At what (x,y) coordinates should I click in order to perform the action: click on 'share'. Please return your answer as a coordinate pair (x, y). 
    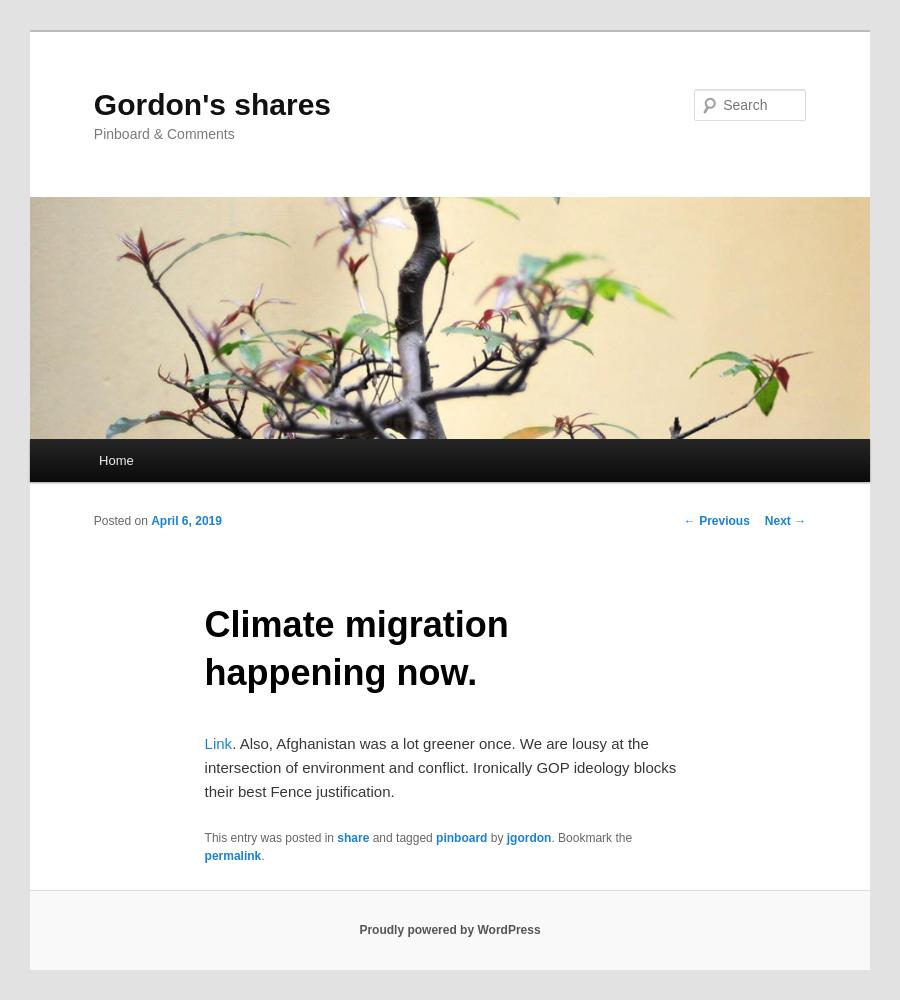
    Looking at the image, I should click on (335, 837).